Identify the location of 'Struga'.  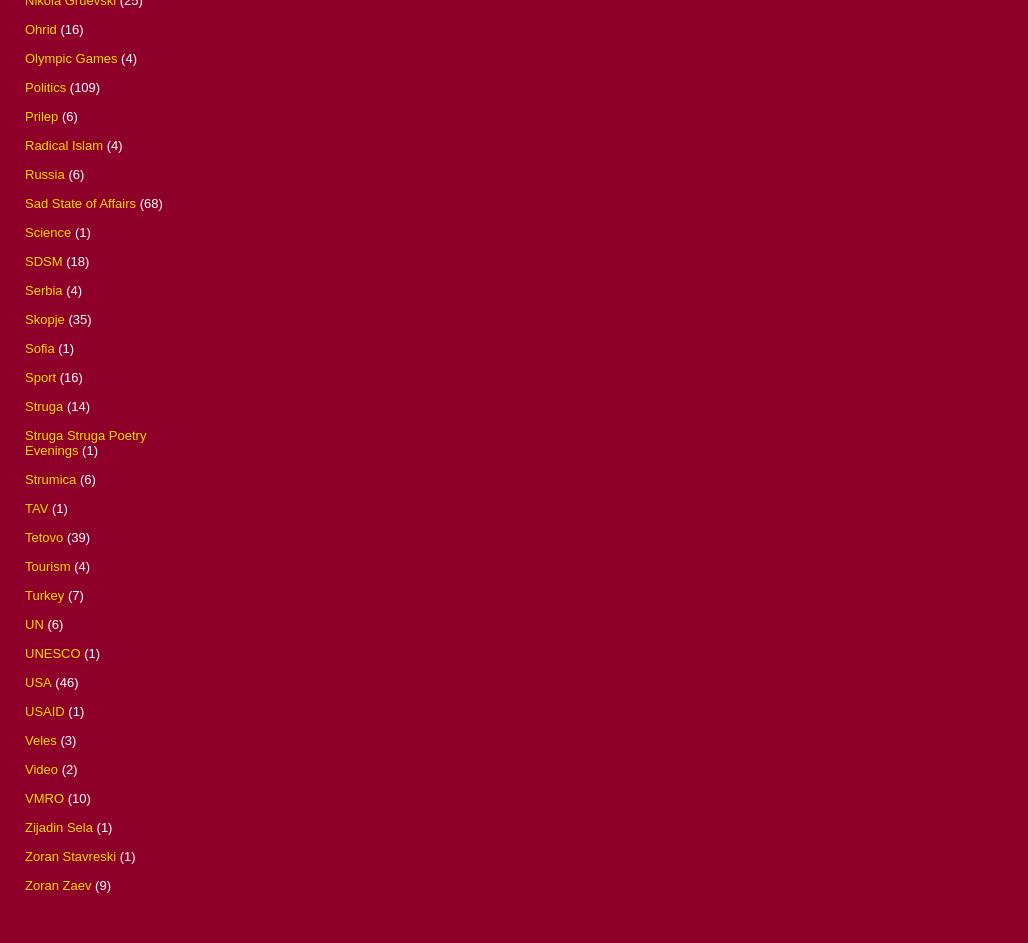
(24, 404).